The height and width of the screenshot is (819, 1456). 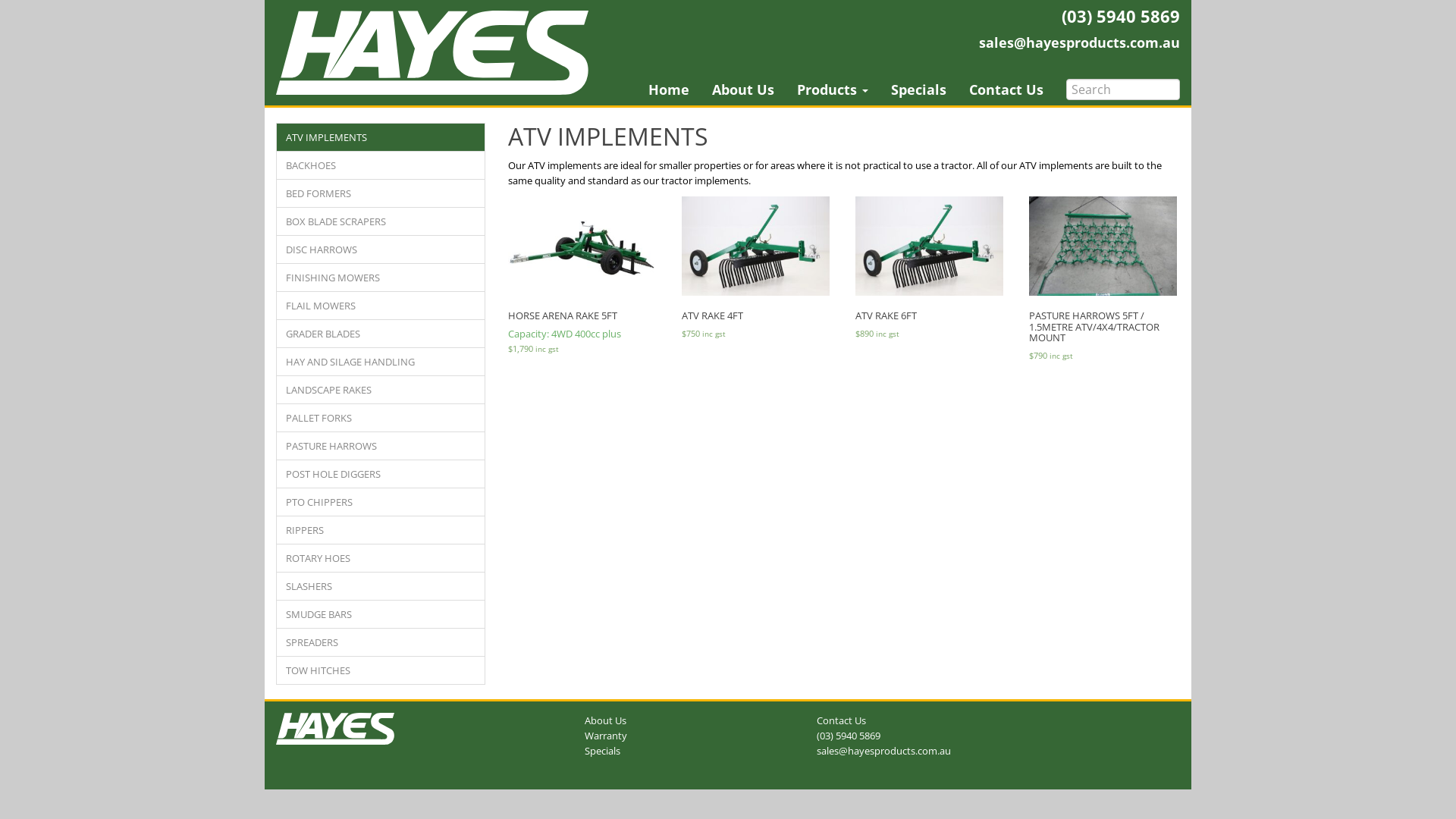 What do you see at coordinates (381, 614) in the screenshot?
I see `'SMUDGE BARS'` at bounding box center [381, 614].